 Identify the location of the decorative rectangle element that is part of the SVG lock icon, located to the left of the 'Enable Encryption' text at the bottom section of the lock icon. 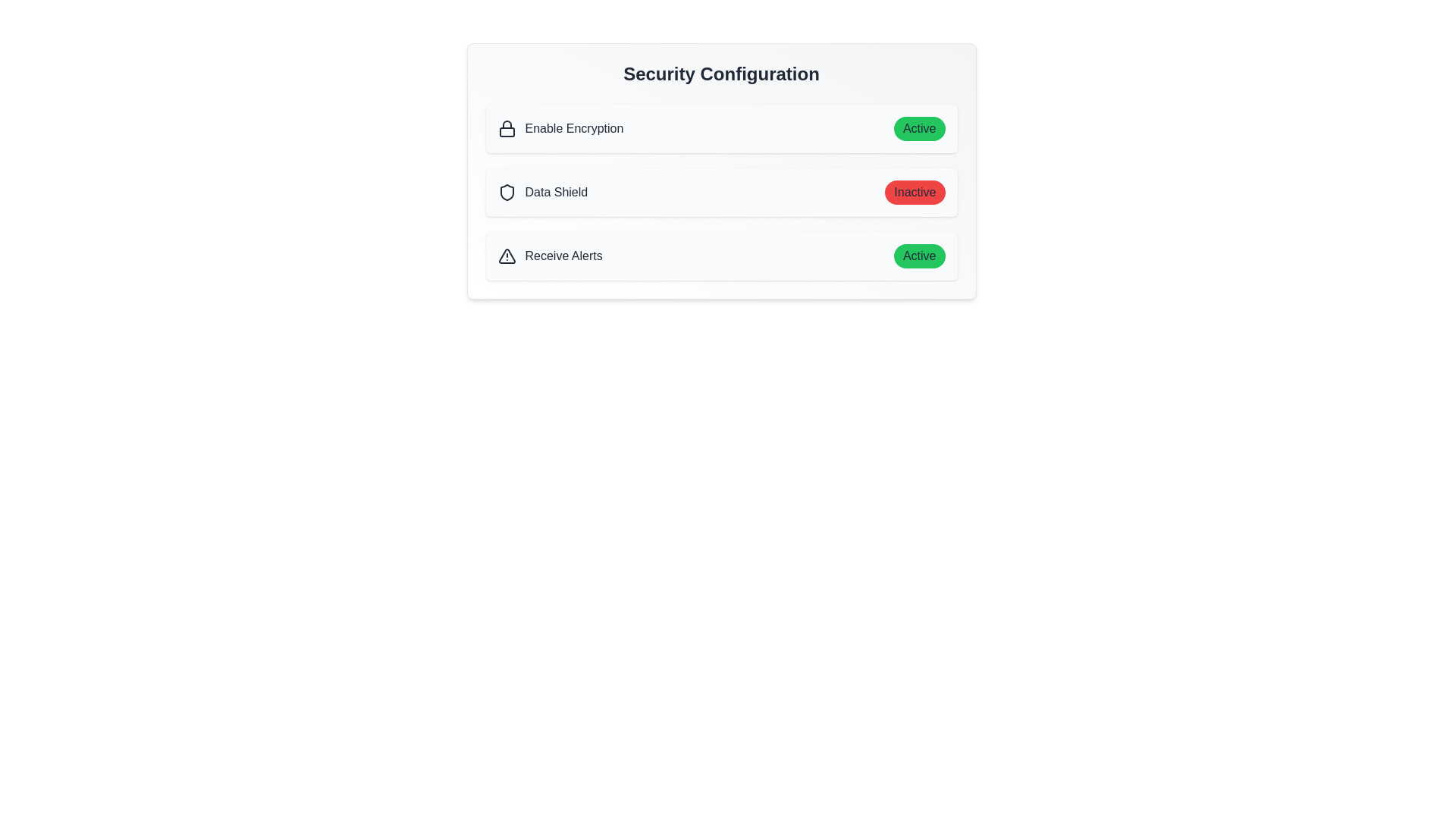
(507, 131).